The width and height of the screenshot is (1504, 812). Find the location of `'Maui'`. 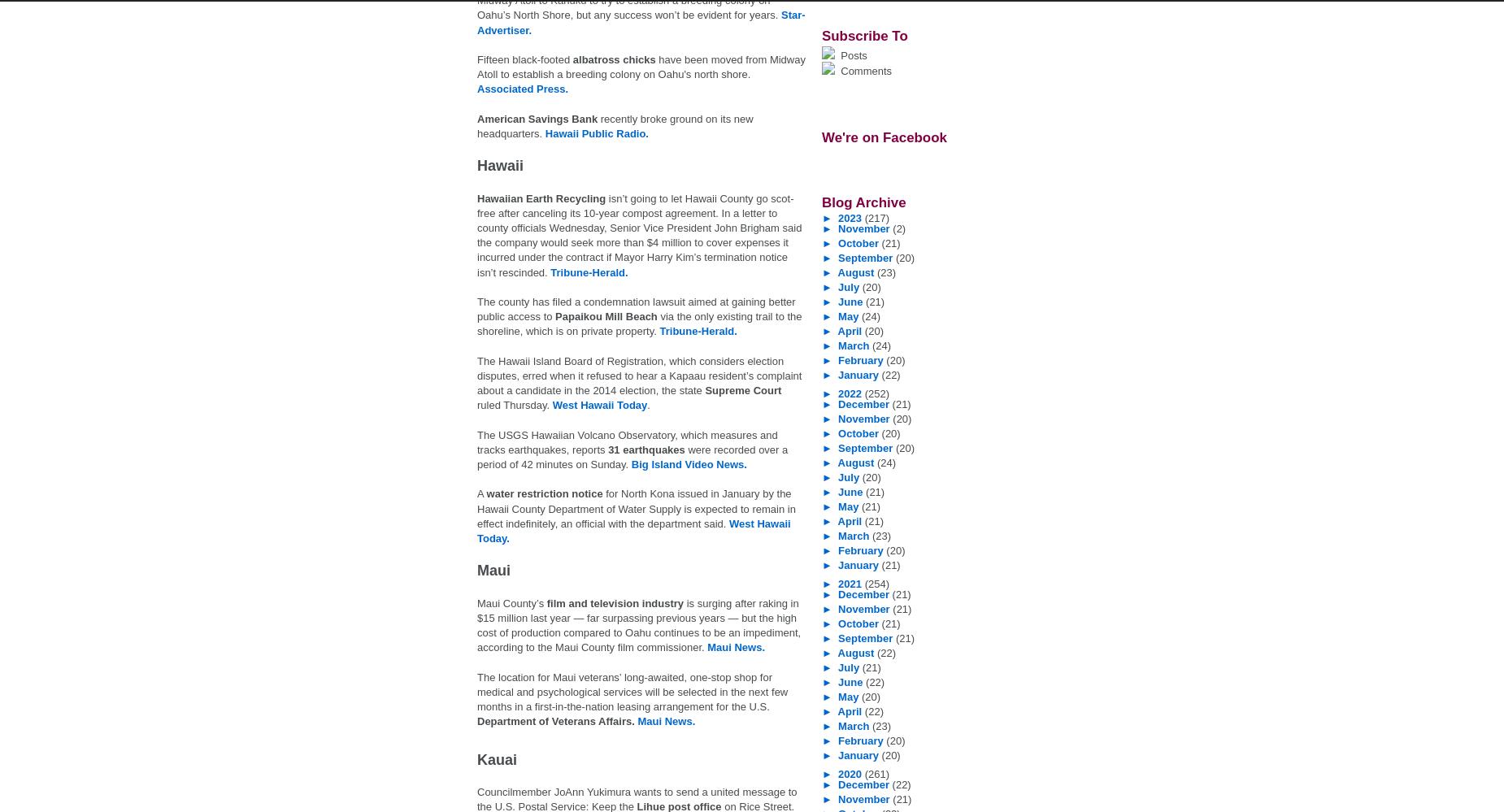

'Maui' is located at coordinates (493, 570).